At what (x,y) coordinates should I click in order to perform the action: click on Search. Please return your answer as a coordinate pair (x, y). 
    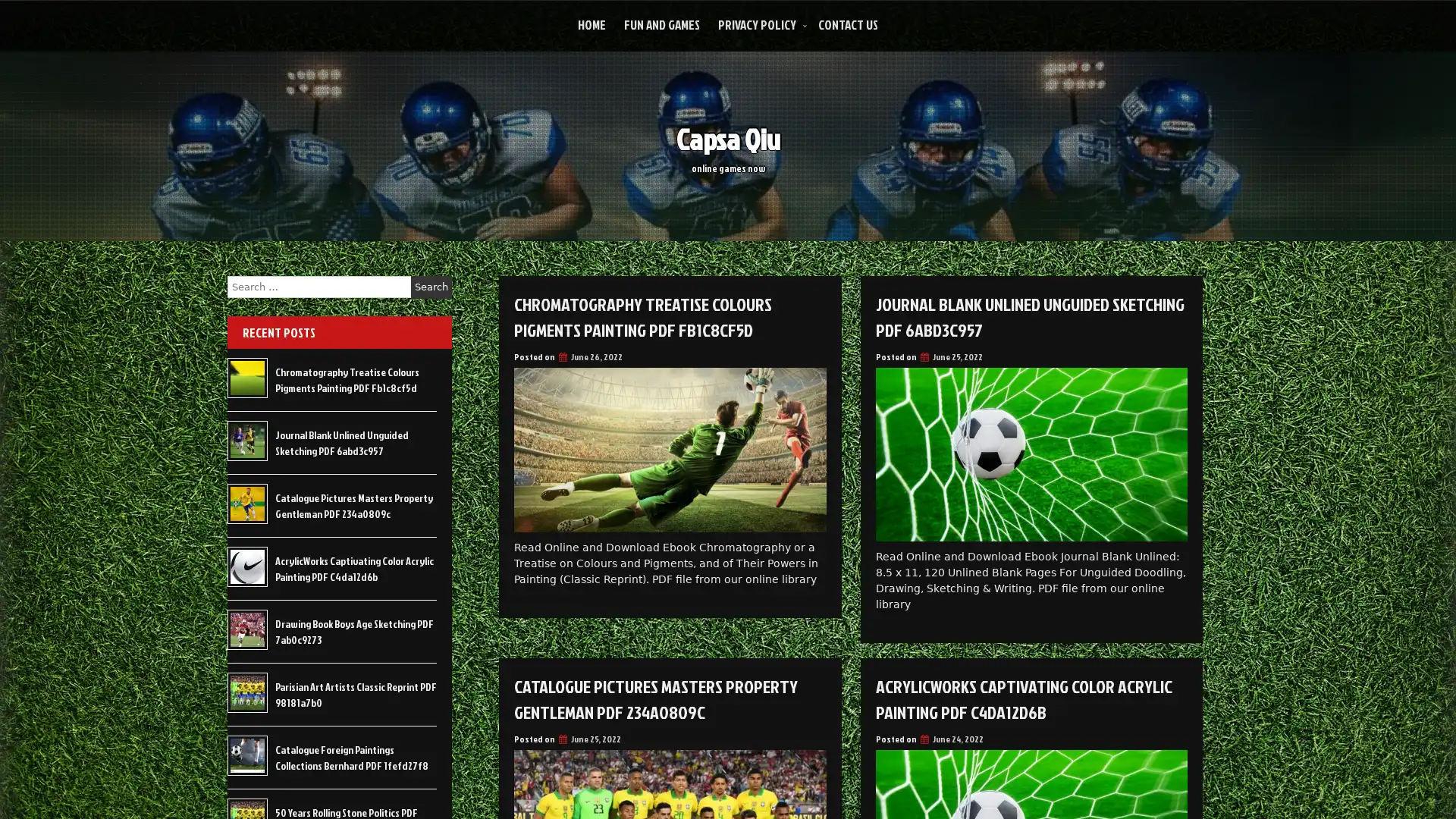
    Looking at the image, I should click on (431, 287).